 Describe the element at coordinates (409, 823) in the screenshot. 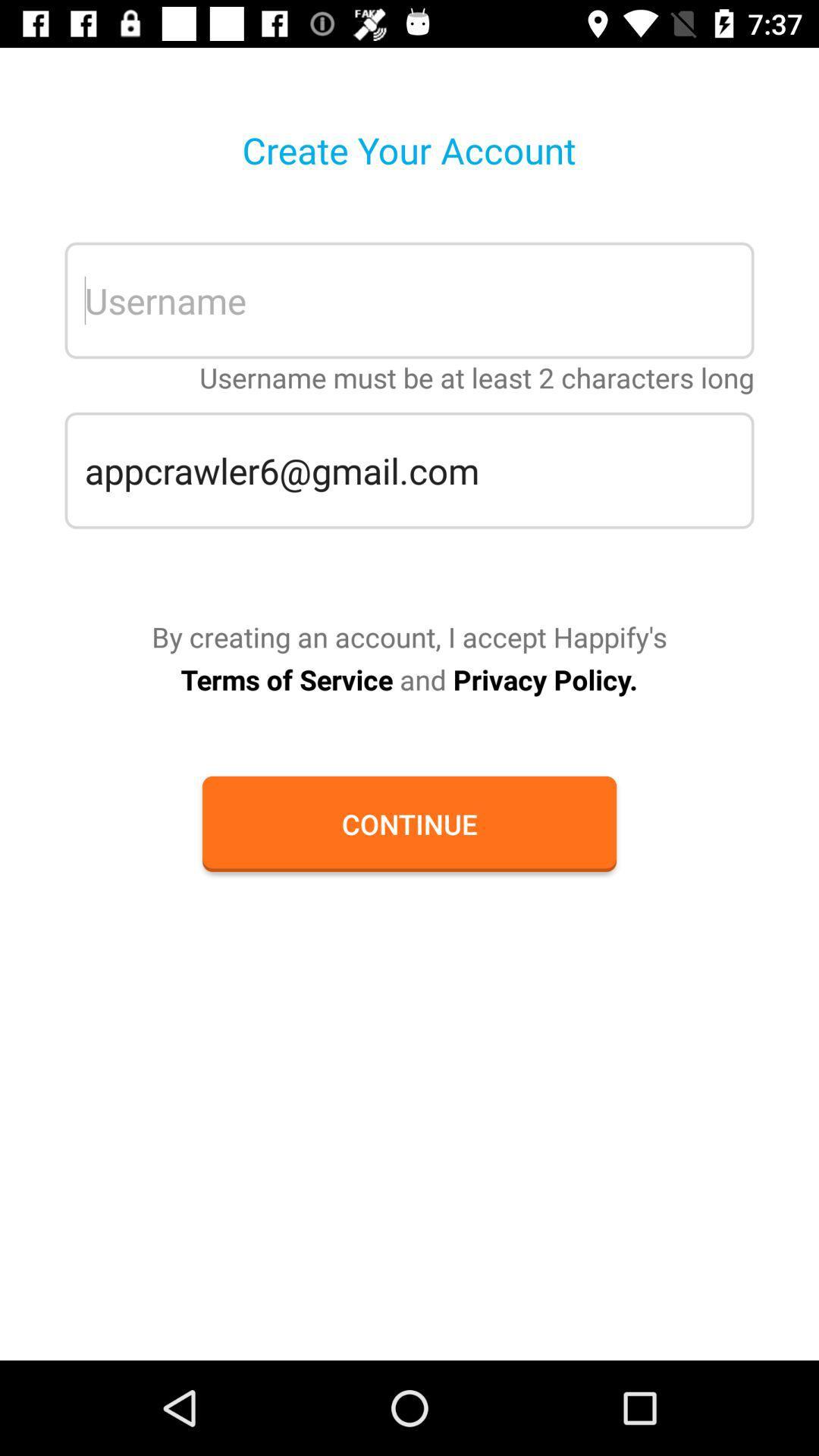

I see `icon below the terms of service` at that location.